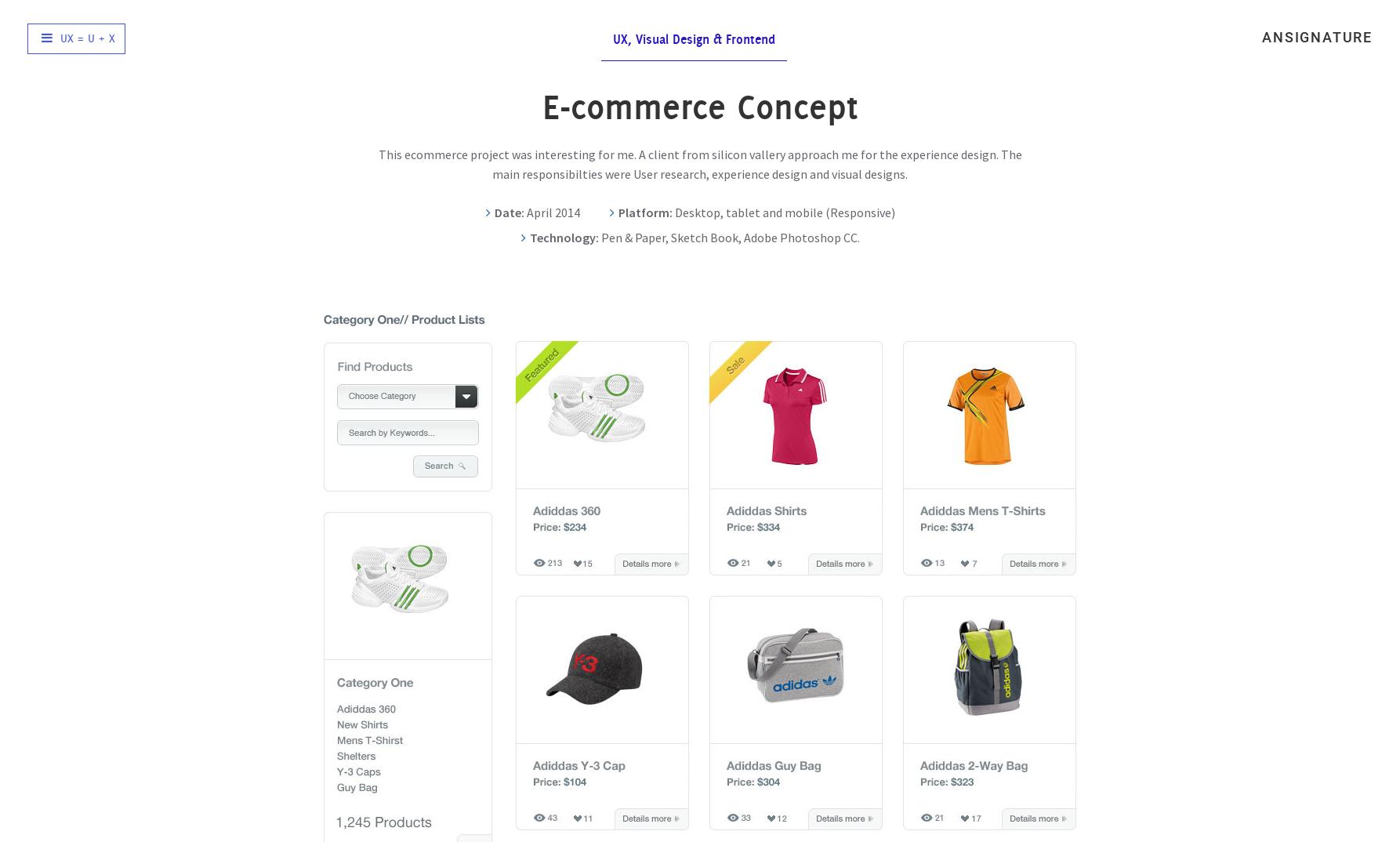  Describe the element at coordinates (1316, 36) in the screenshot. I see `'ansignature'` at that location.